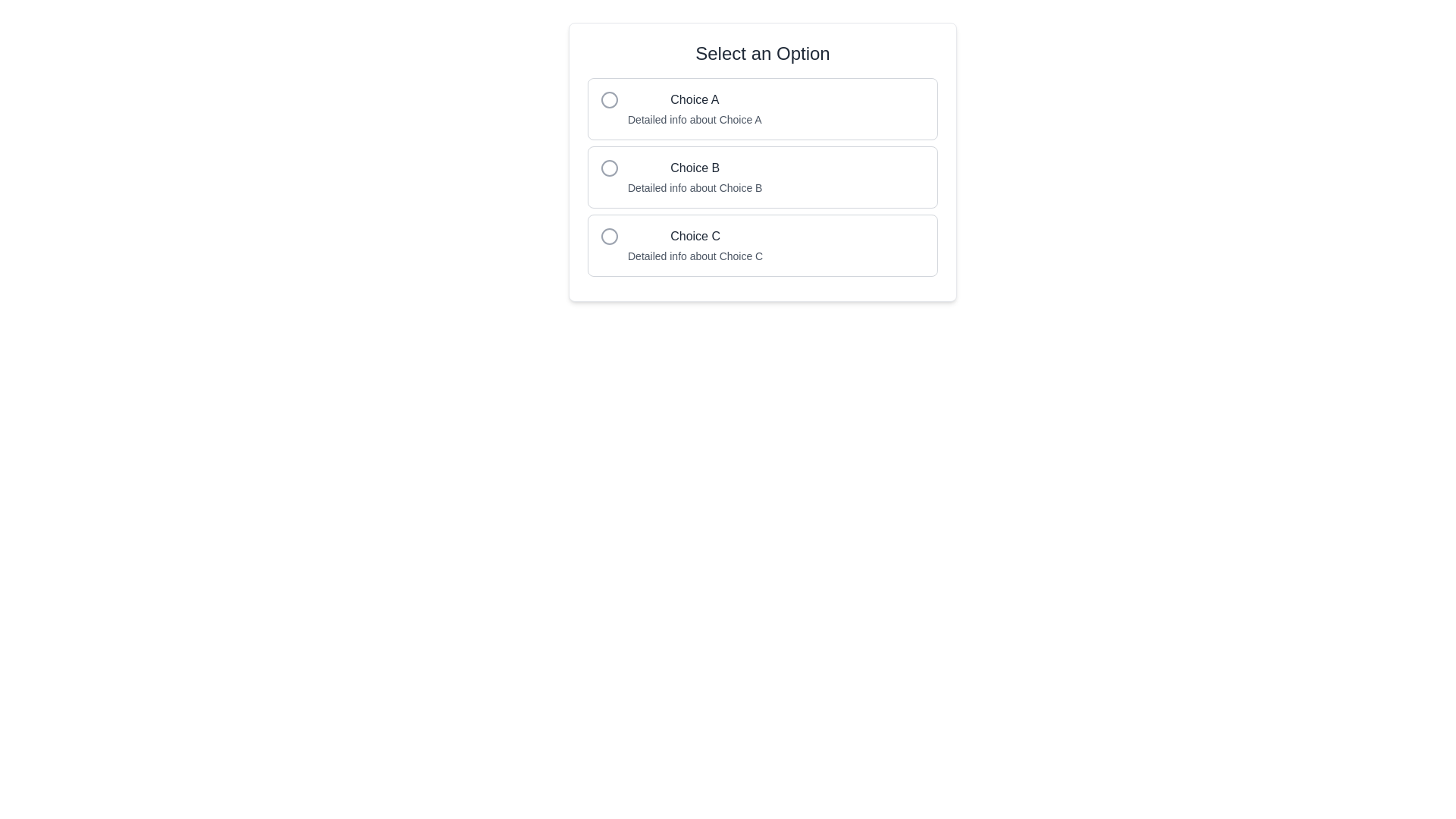 The width and height of the screenshot is (1456, 819). Describe the element at coordinates (610, 99) in the screenshot. I see `the outlined circle representing the radio button for 'Choice A'` at that location.